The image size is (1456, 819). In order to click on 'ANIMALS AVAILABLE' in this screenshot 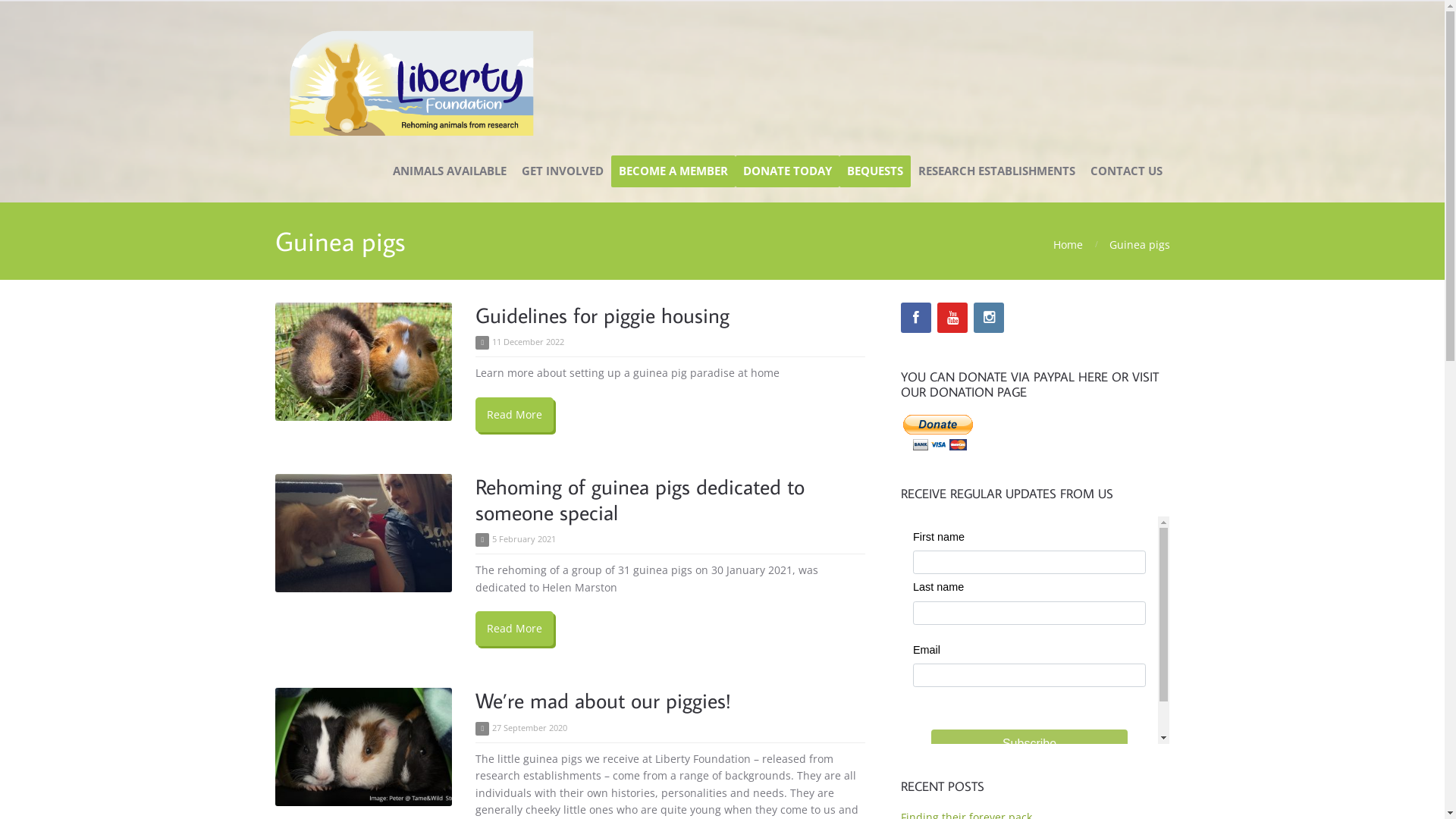, I will do `click(449, 171)`.